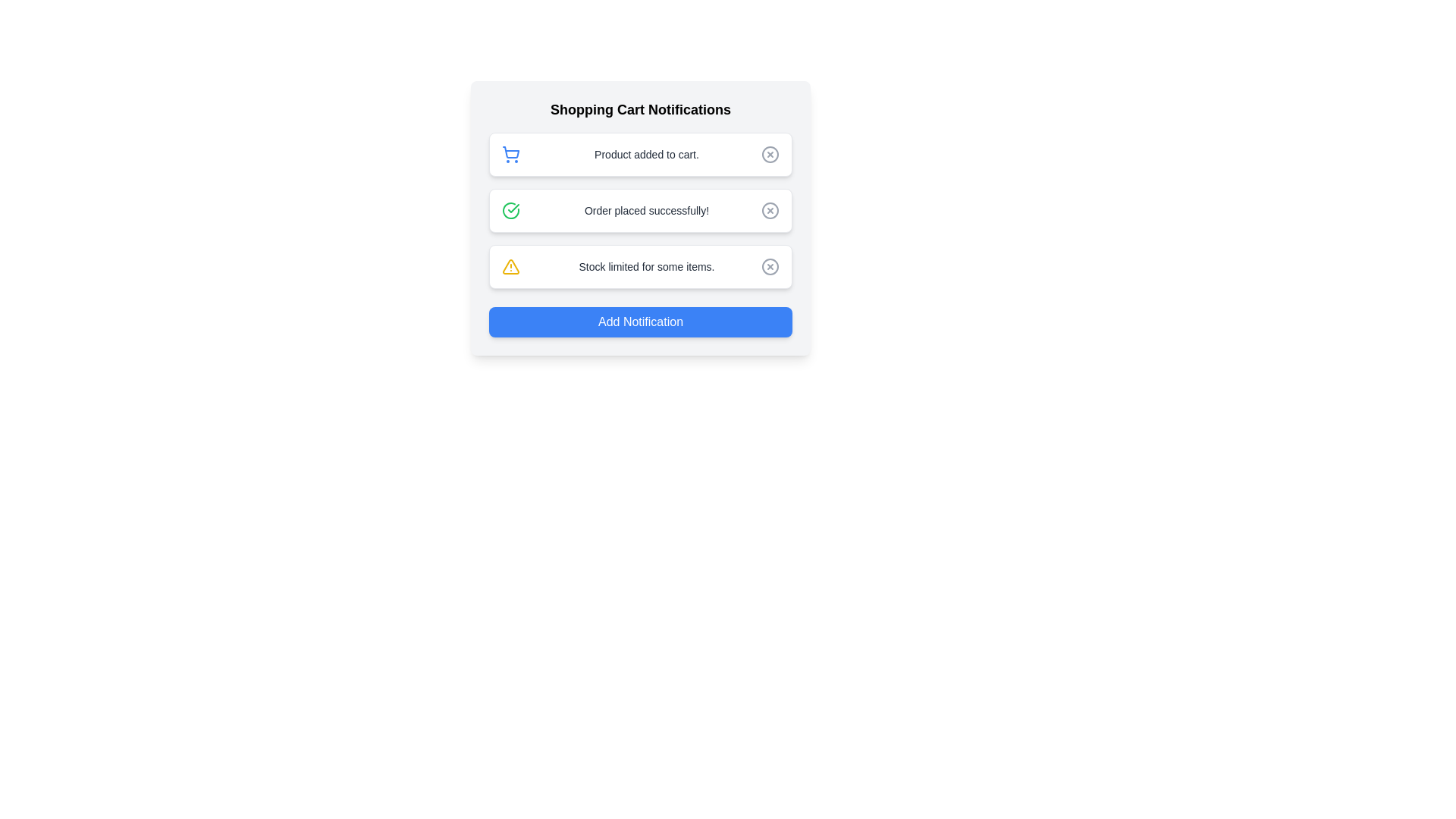 This screenshot has width=1456, height=819. Describe the element at coordinates (640, 109) in the screenshot. I see `the header text 'Shopping Cart Notifications' which is styled in bold black text at the top of the notification panel` at that location.